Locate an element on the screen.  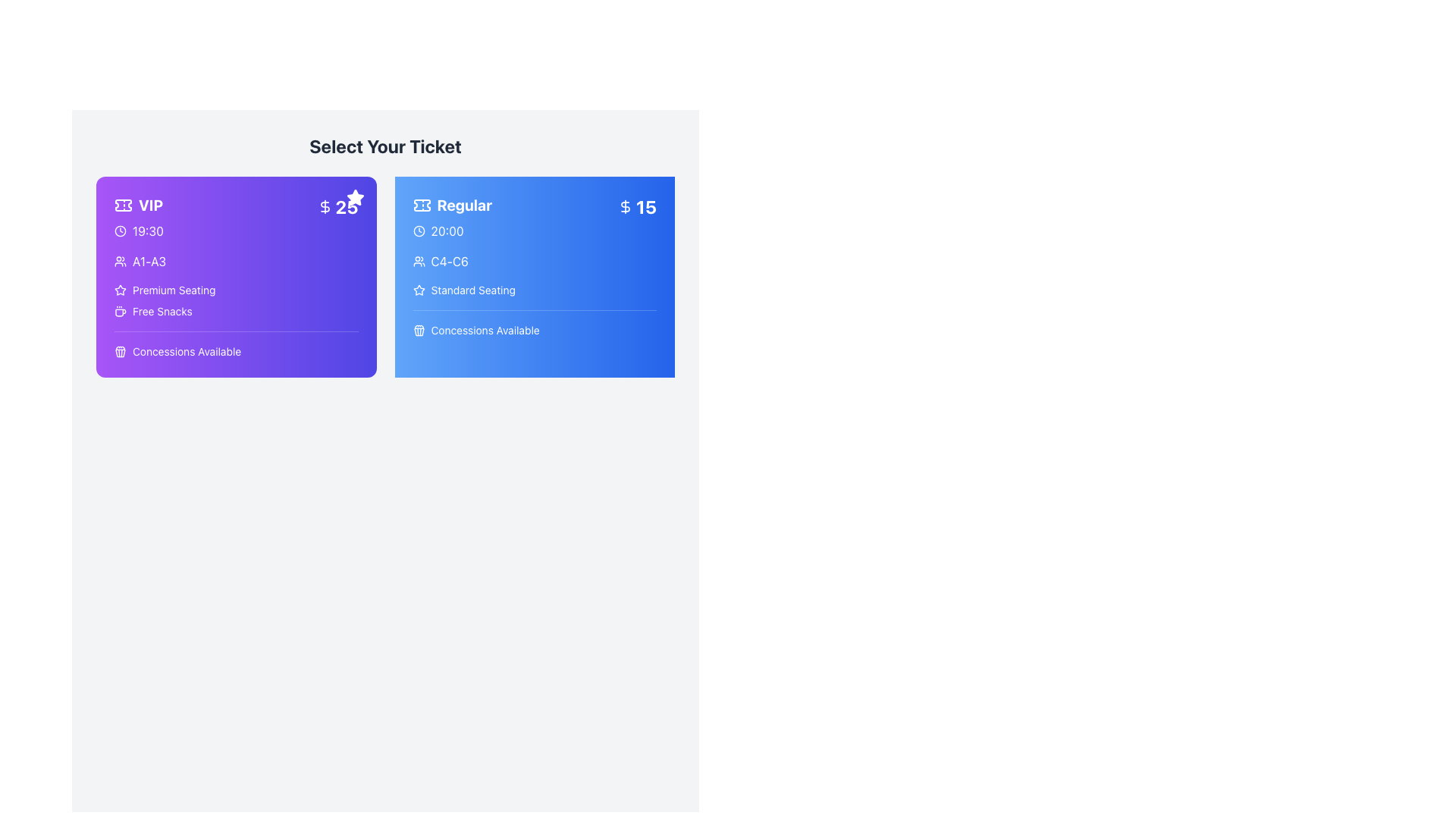
the blue hollow star icon with rounded edges located to the left of the 'Standard Seating' label in the 'Regular' ticket card is located at coordinates (419, 290).